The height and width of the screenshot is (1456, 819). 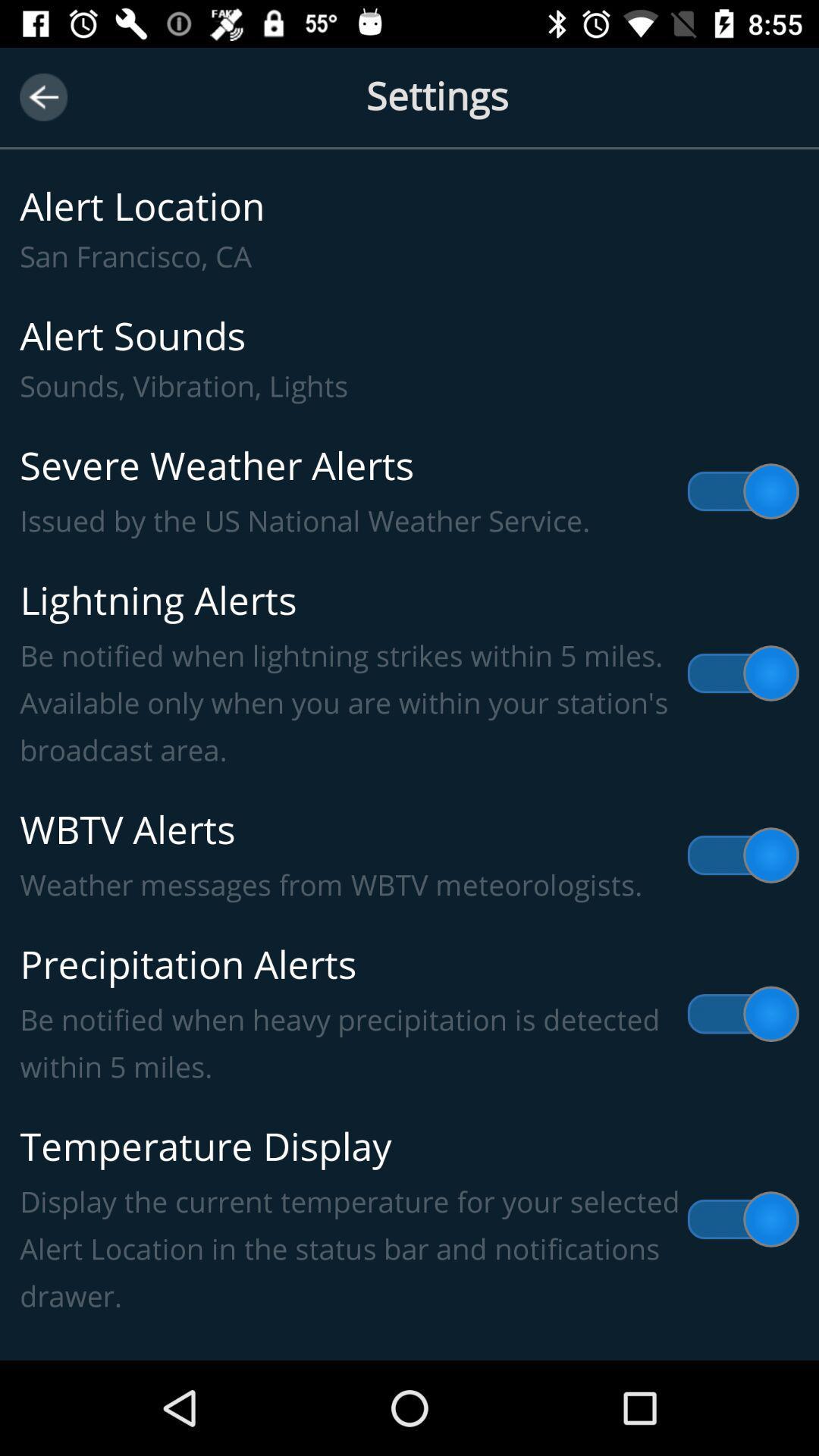 I want to click on the arrow_backward icon, so click(x=42, y=96).